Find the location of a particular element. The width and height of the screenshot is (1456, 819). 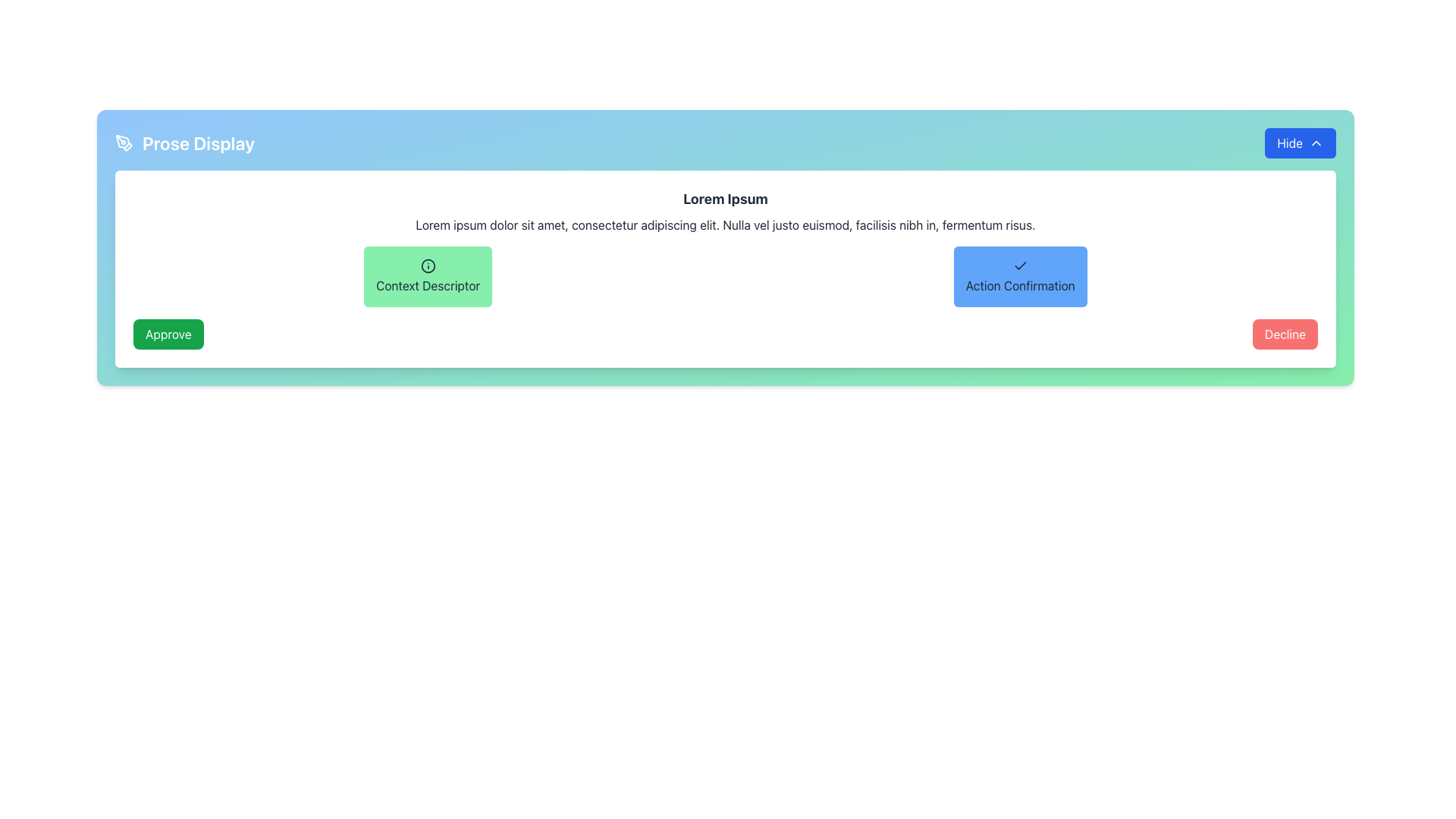

the bright blue rectangular button with rounded corners labeled 'Action Confirmation', which is located to the right of the green button labeled 'Context Descriptor' is located at coordinates (1020, 277).